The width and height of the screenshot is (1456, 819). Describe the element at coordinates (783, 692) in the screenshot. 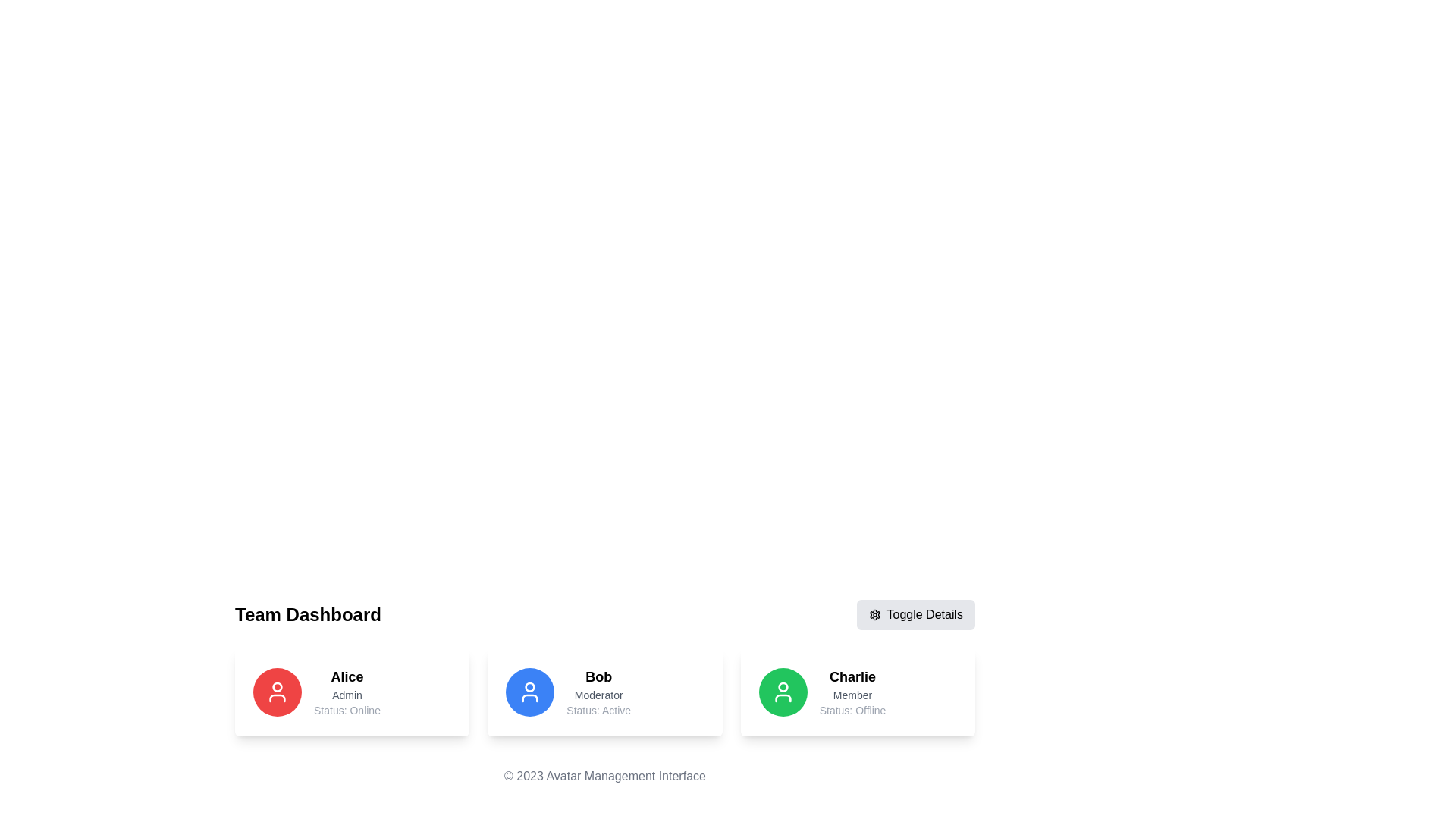

I see `the user avatar icon representing 'Charlie' within the card layout, which is the third card at the bottom of the interface` at that location.